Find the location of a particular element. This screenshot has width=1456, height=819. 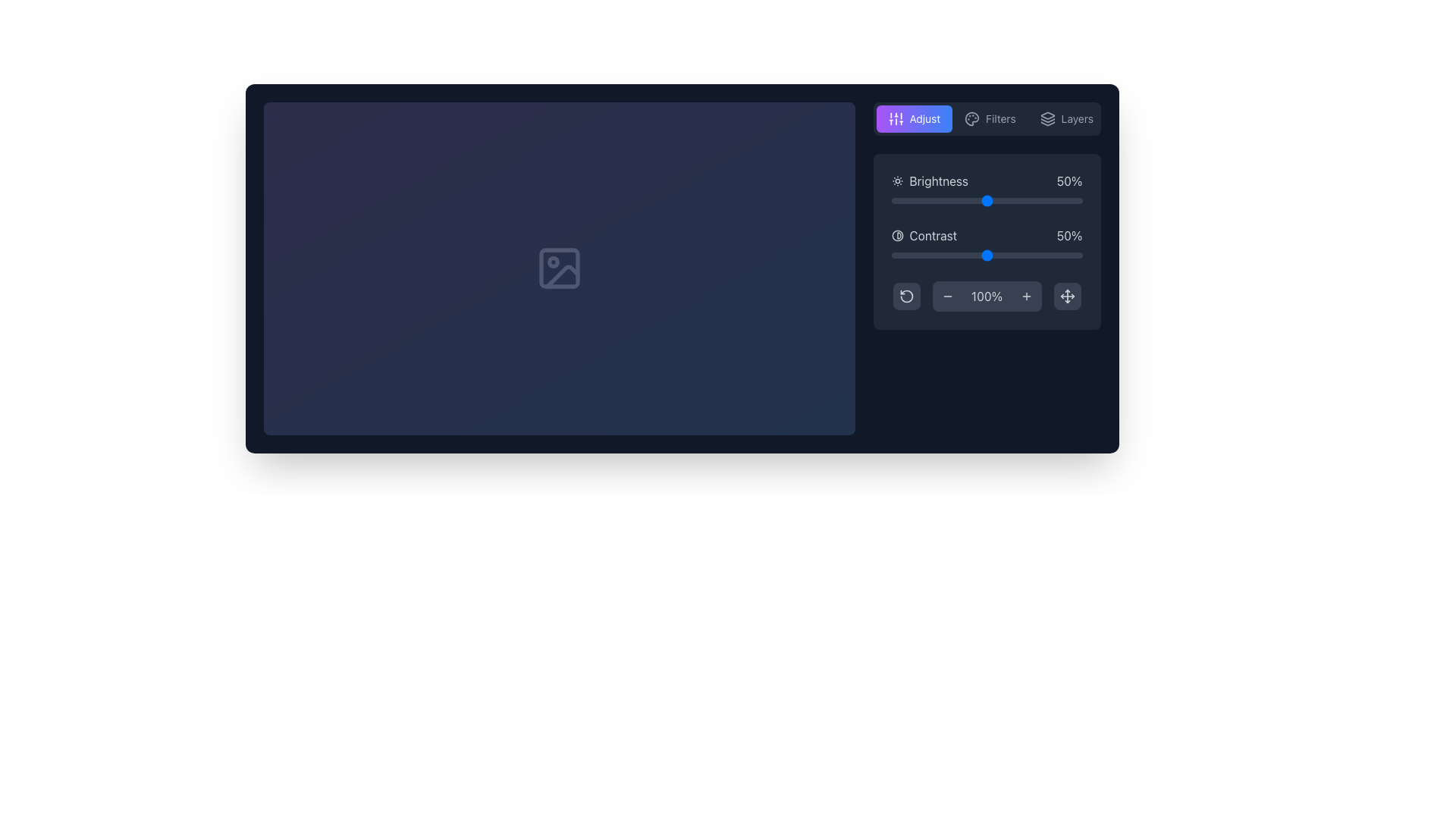

the contrast is located at coordinates (998, 254).